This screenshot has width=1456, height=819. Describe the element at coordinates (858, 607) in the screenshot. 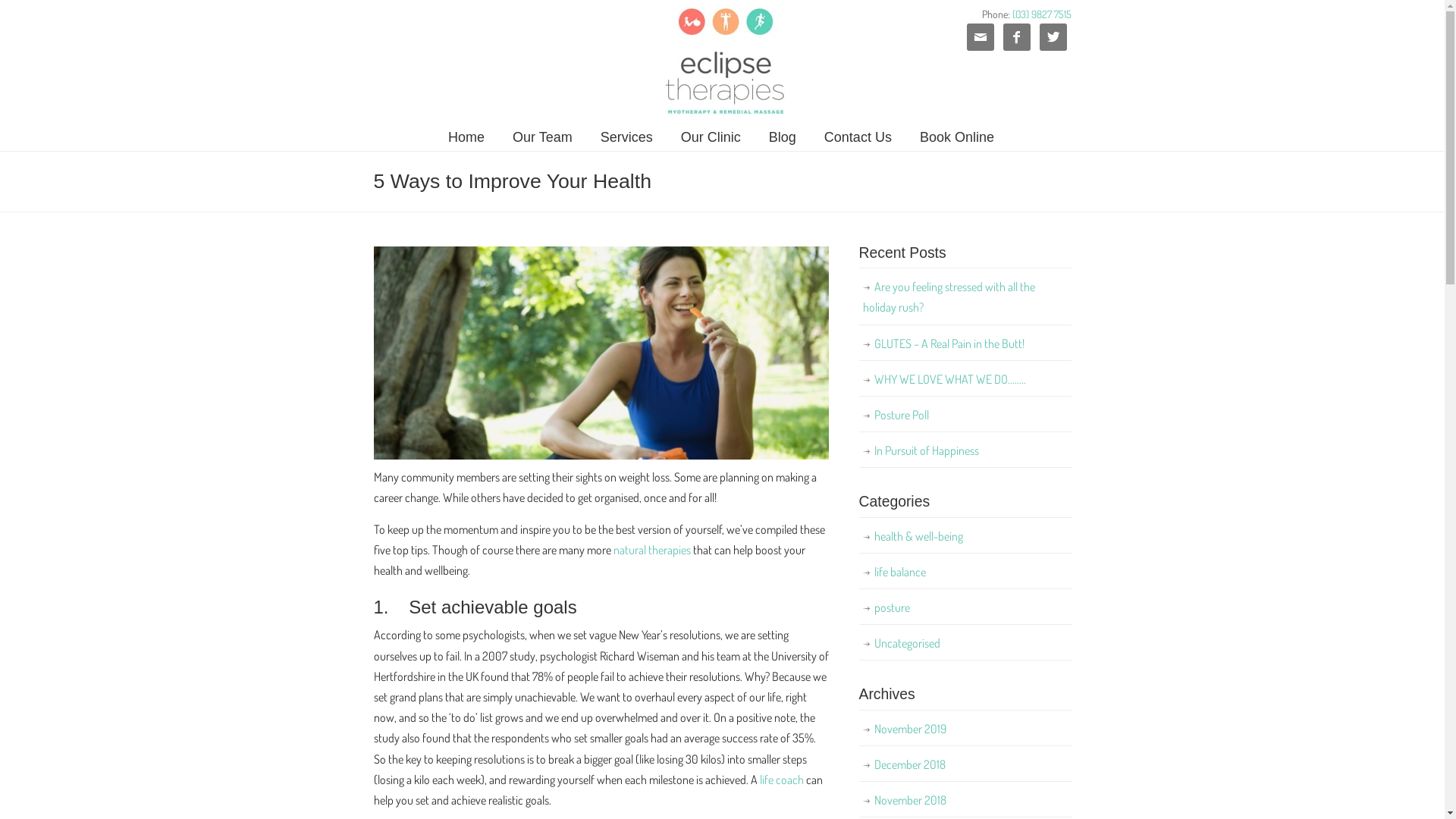

I see `'posture'` at that location.